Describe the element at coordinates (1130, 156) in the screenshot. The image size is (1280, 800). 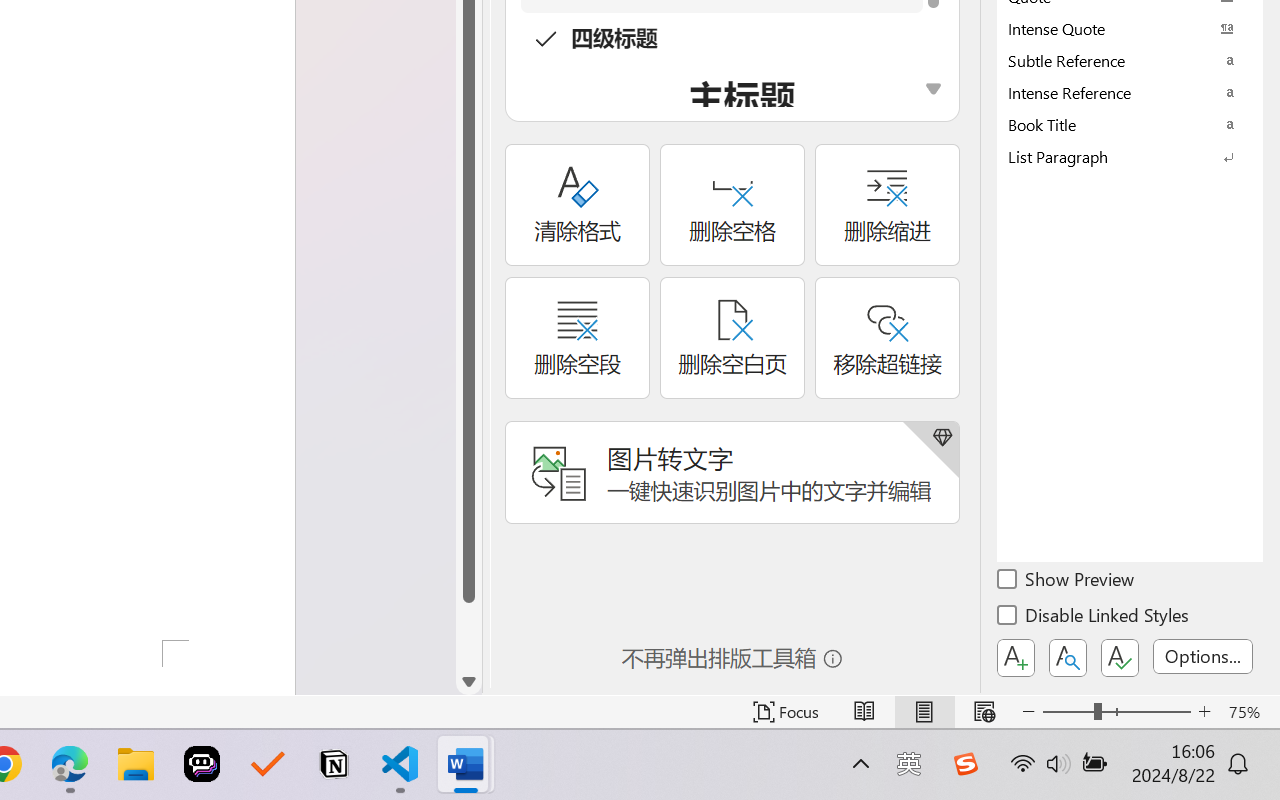
I see `'List Paragraph'` at that location.